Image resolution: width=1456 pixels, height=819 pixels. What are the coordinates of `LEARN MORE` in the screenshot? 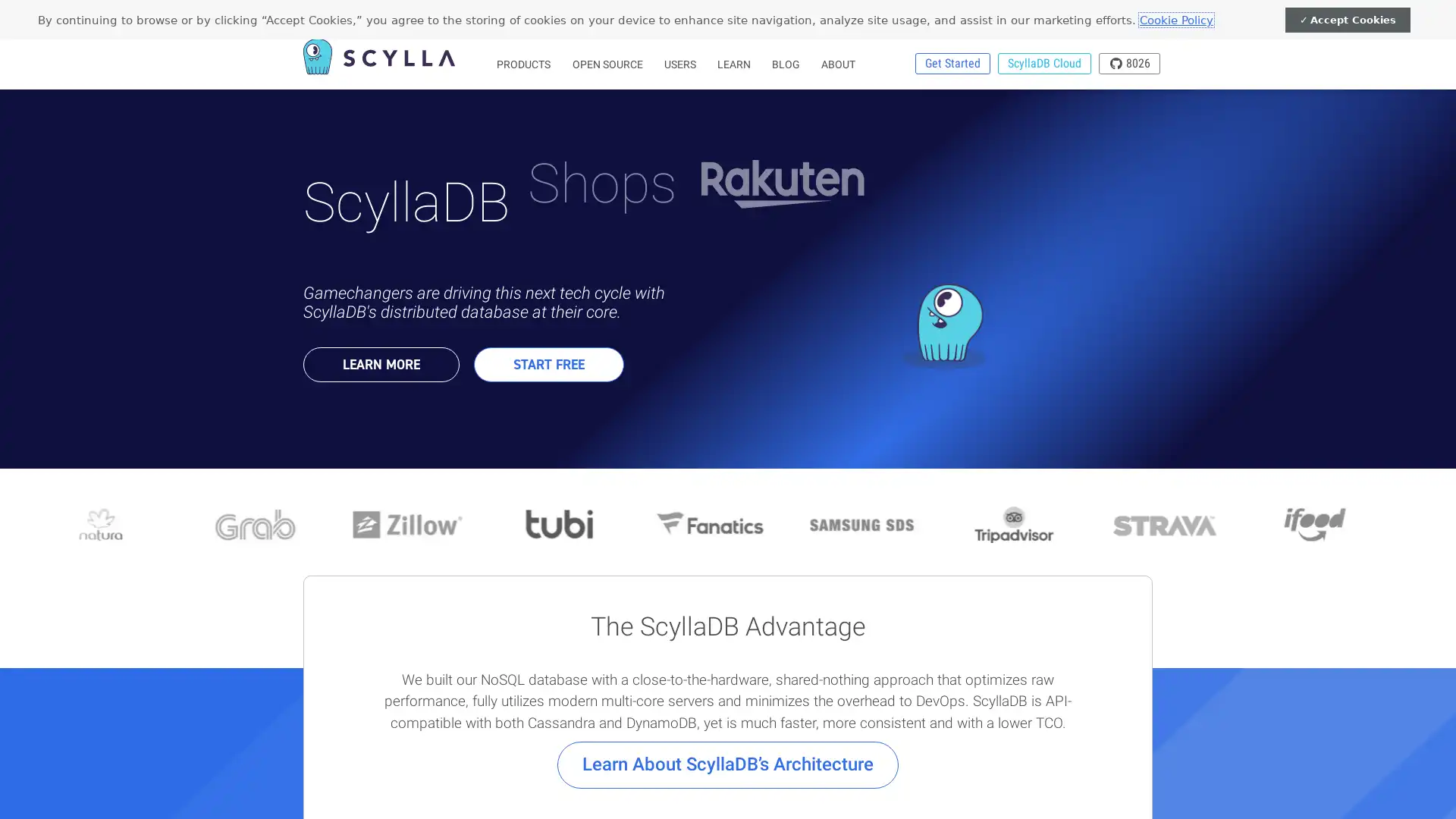 It's located at (381, 364).